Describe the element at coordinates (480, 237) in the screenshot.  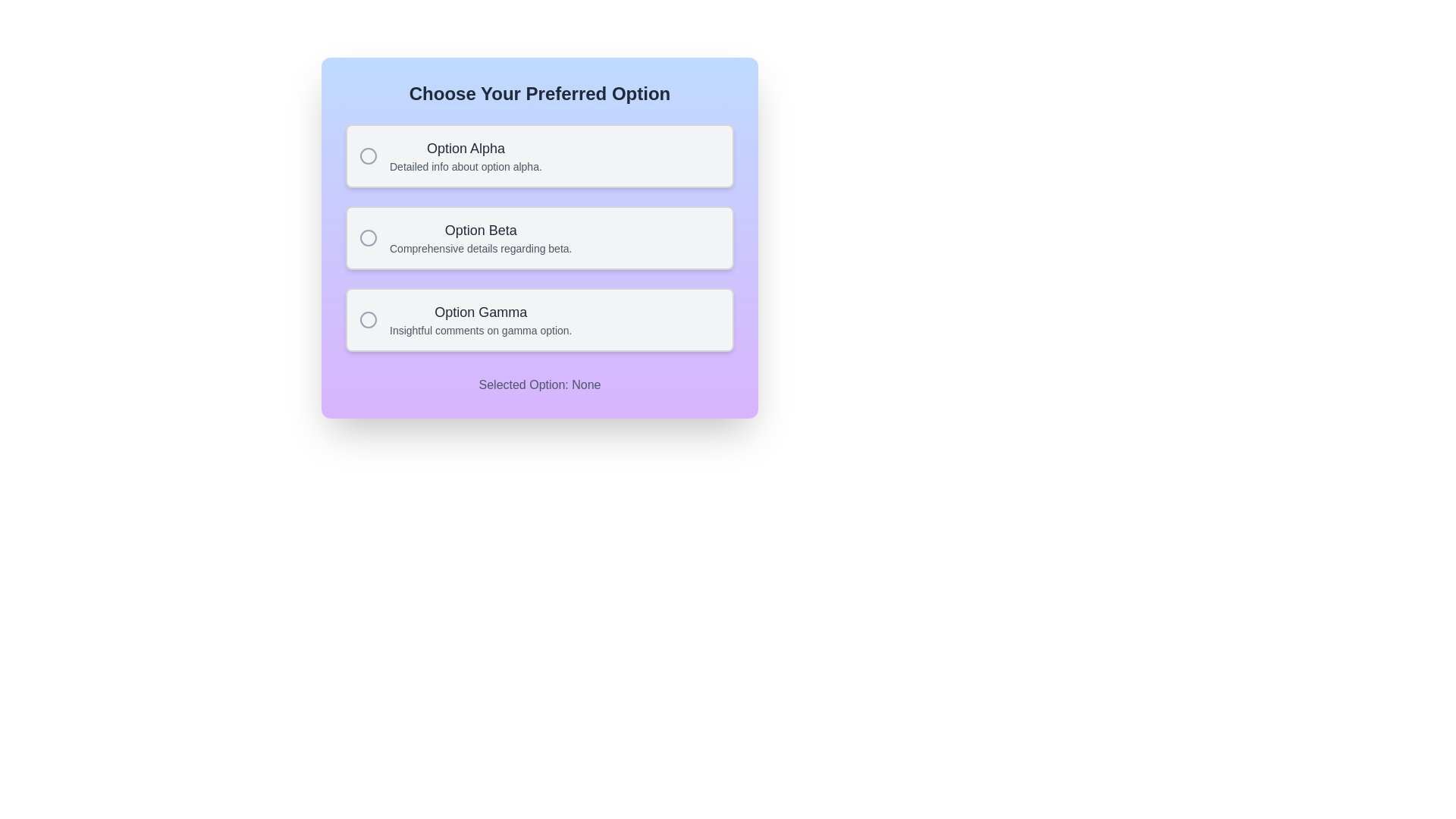
I see `textual UI component titled 'Option Beta' which contains the description 'Comprehensive details regarding beta.'` at that location.